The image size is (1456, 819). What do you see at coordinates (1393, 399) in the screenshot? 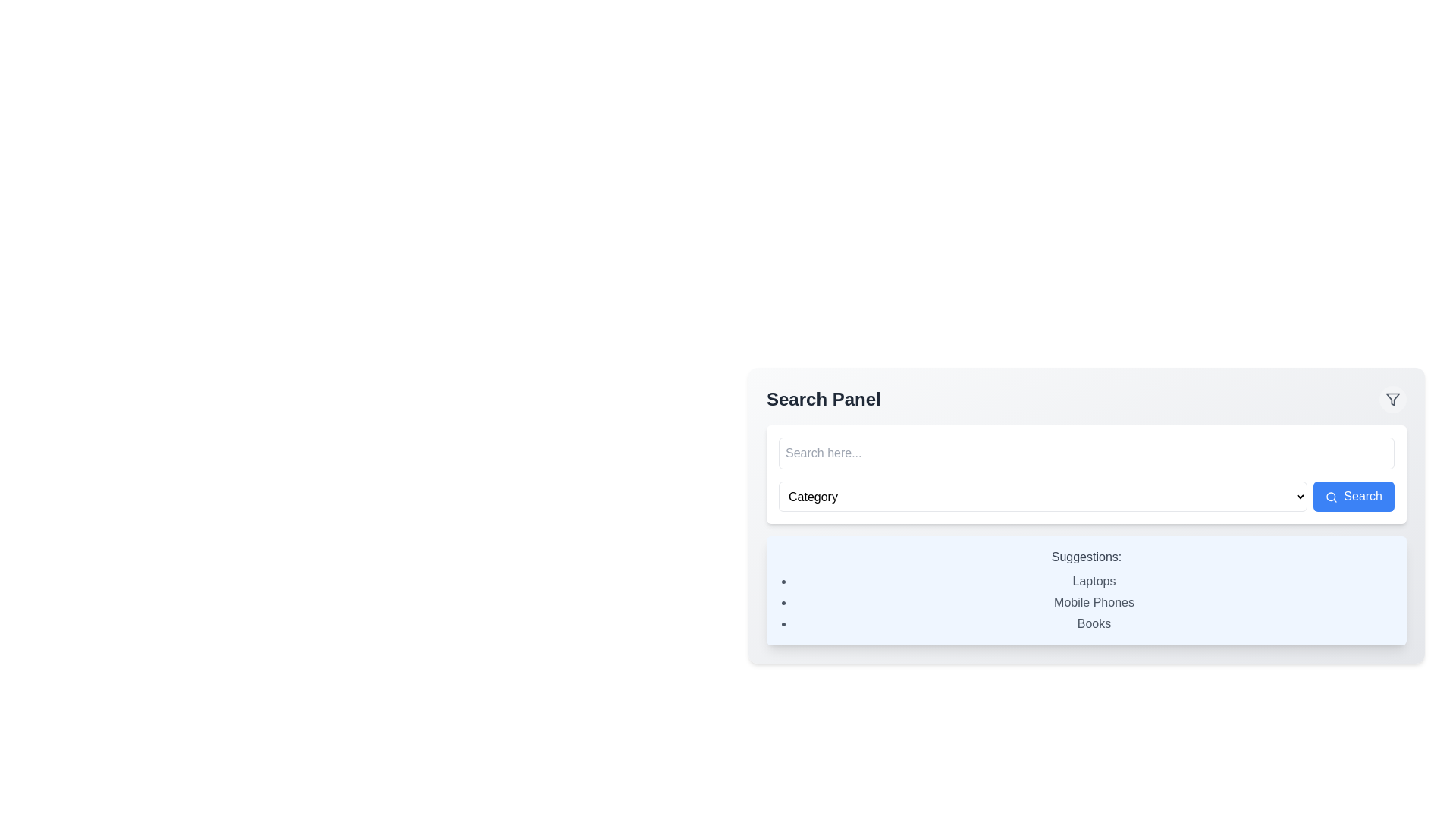
I see `the triangular funnel icon located in the top-right corner of the card-like search panel UI, which is styled with a gray color as an SVG graphic` at bounding box center [1393, 399].